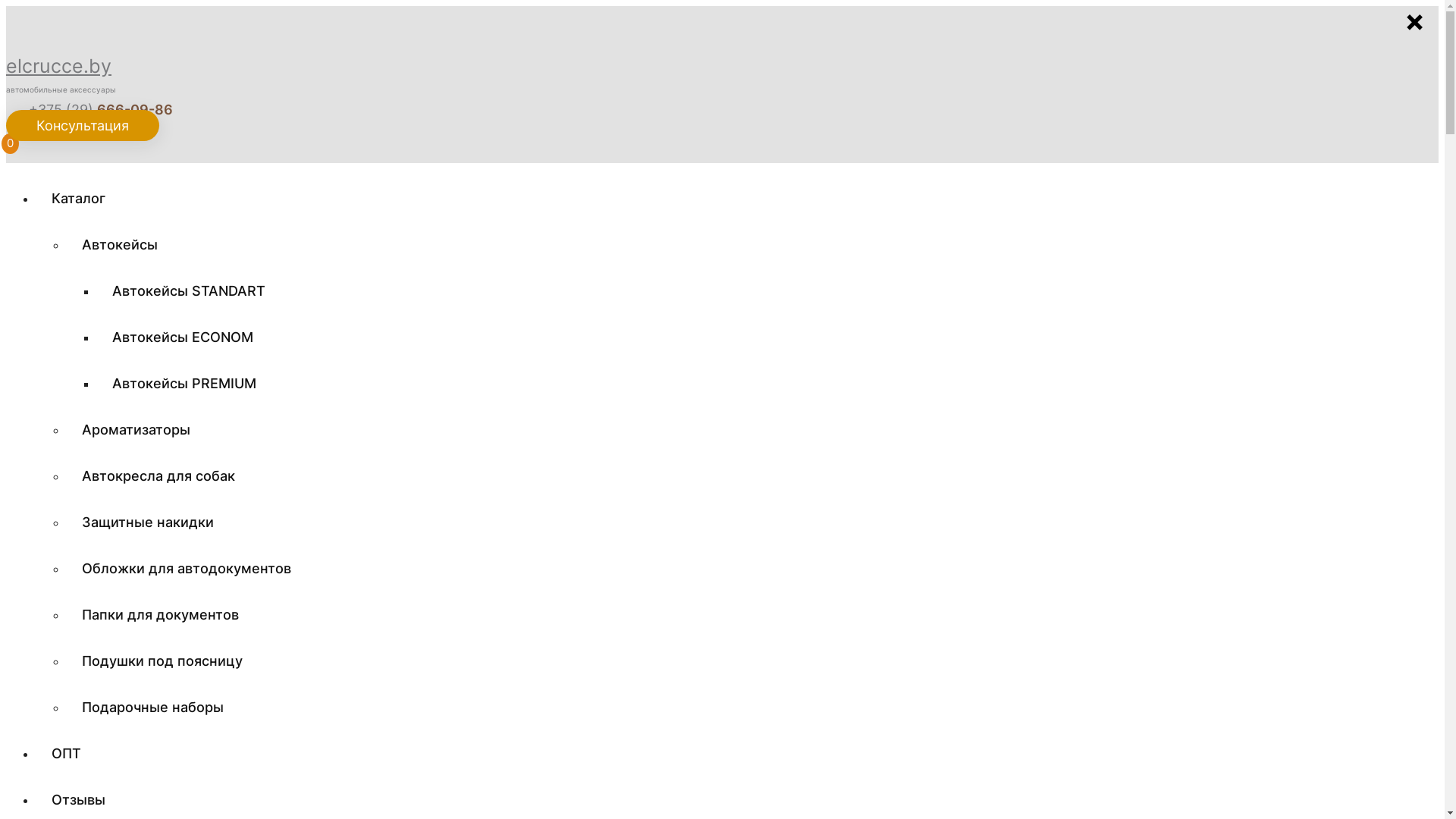  What do you see at coordinates (12, 147) in the screenshot?
I see `'0'` at bounding box center [12, 147].